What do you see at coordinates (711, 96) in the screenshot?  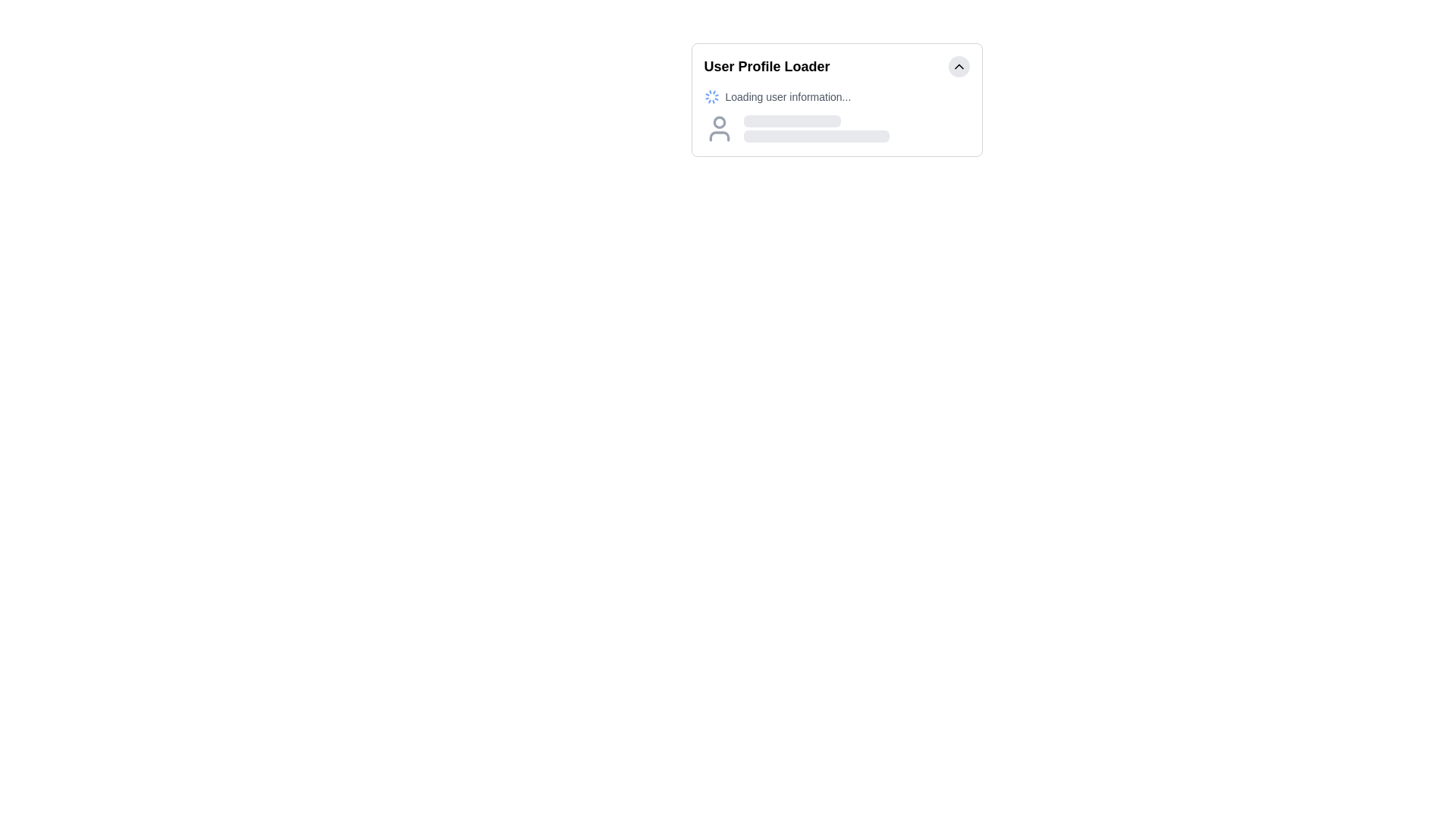 I see `the loading icon located in the top-left corner of the 'User Profile Loader' card, next to the text 'Loading user information...'` at bounding box center [711, 96].